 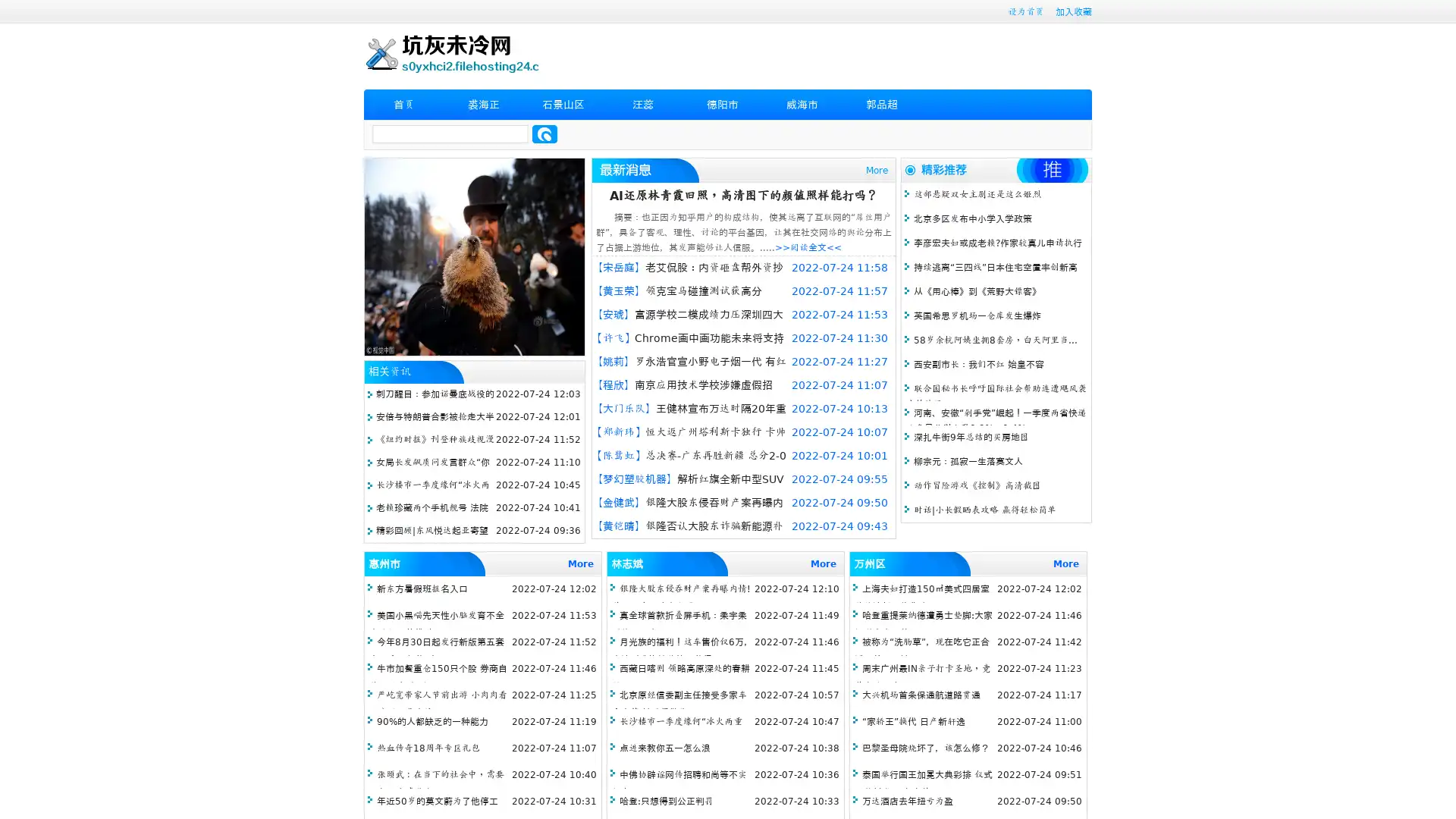 What do you see at coordinates (544, 133) in the screenshot?
I see `Search` at bounding box center [544, 133].